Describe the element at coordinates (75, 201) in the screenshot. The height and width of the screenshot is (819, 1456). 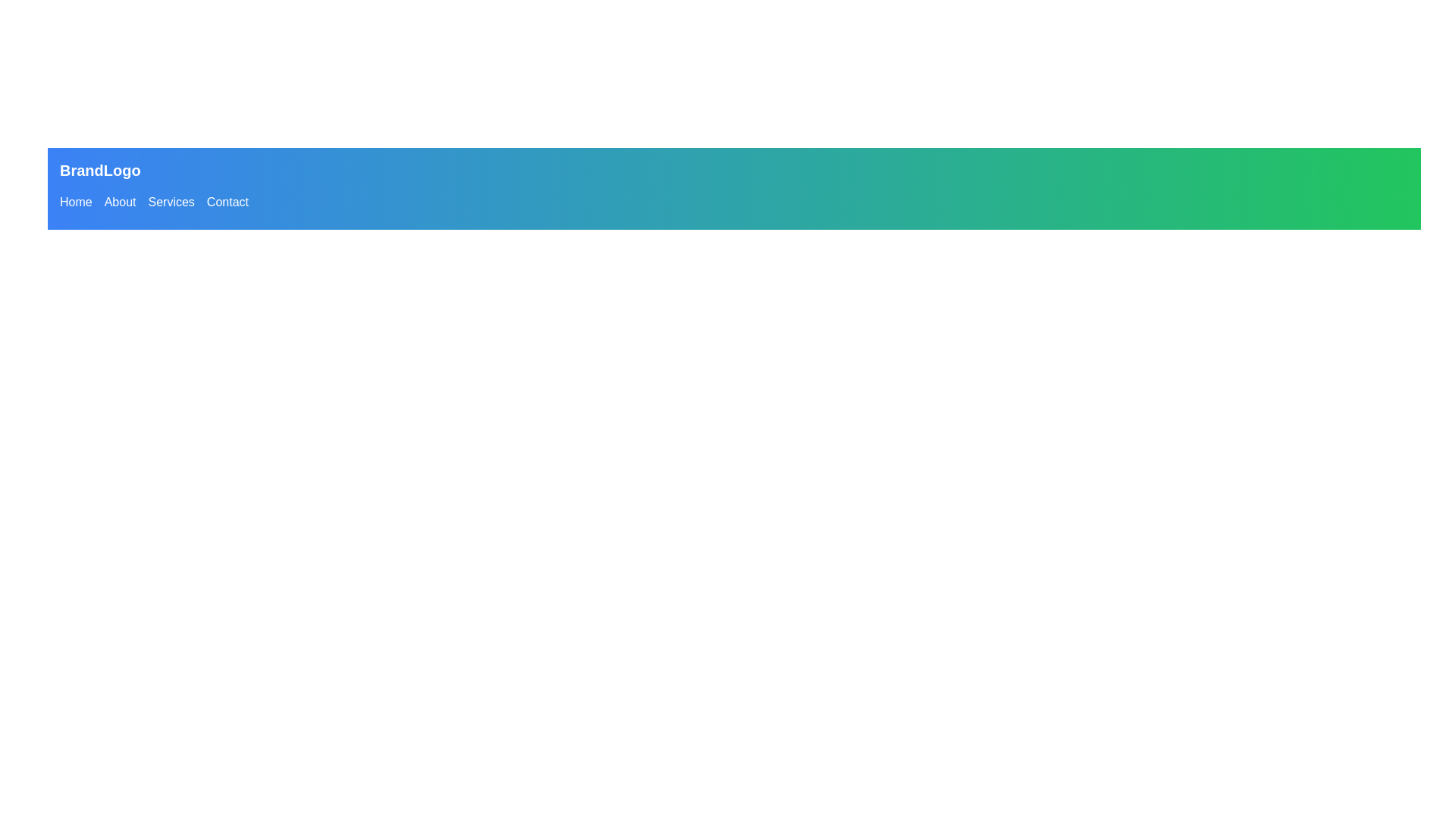
I see `the first hyperlink in the navigation bar` at that location.